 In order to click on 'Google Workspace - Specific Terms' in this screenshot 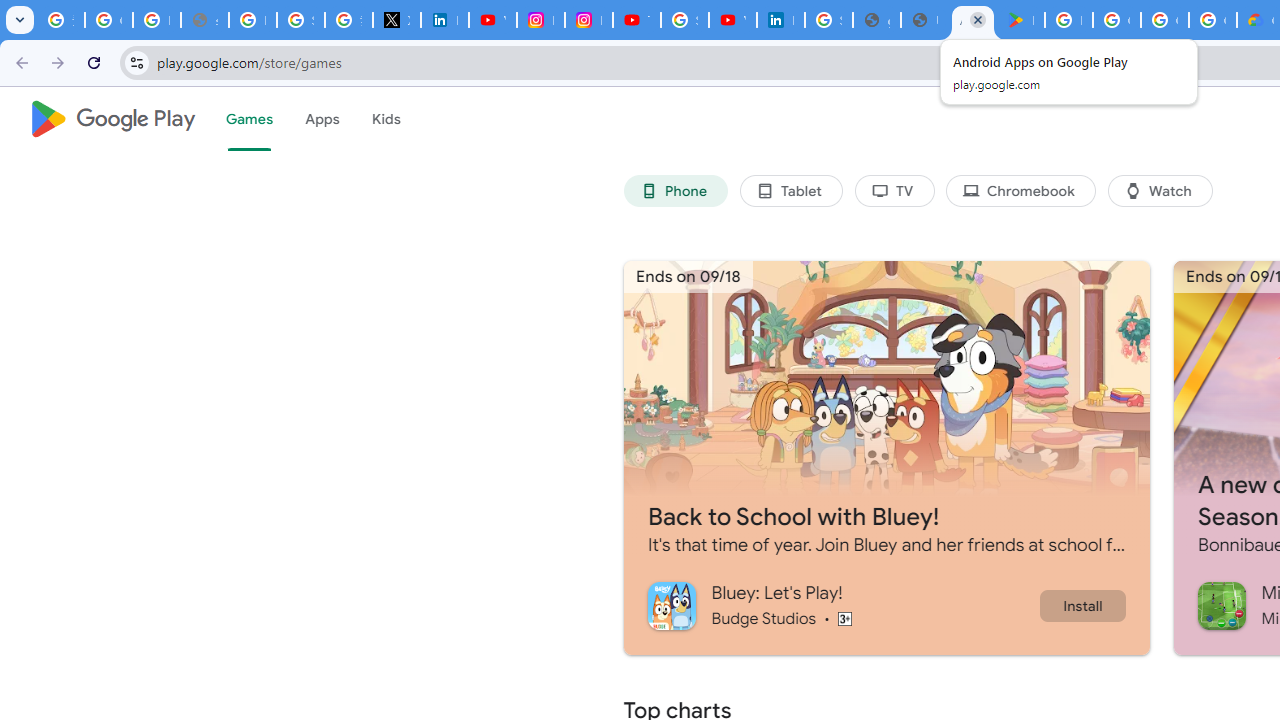, I will do `click(1211, 20)`.